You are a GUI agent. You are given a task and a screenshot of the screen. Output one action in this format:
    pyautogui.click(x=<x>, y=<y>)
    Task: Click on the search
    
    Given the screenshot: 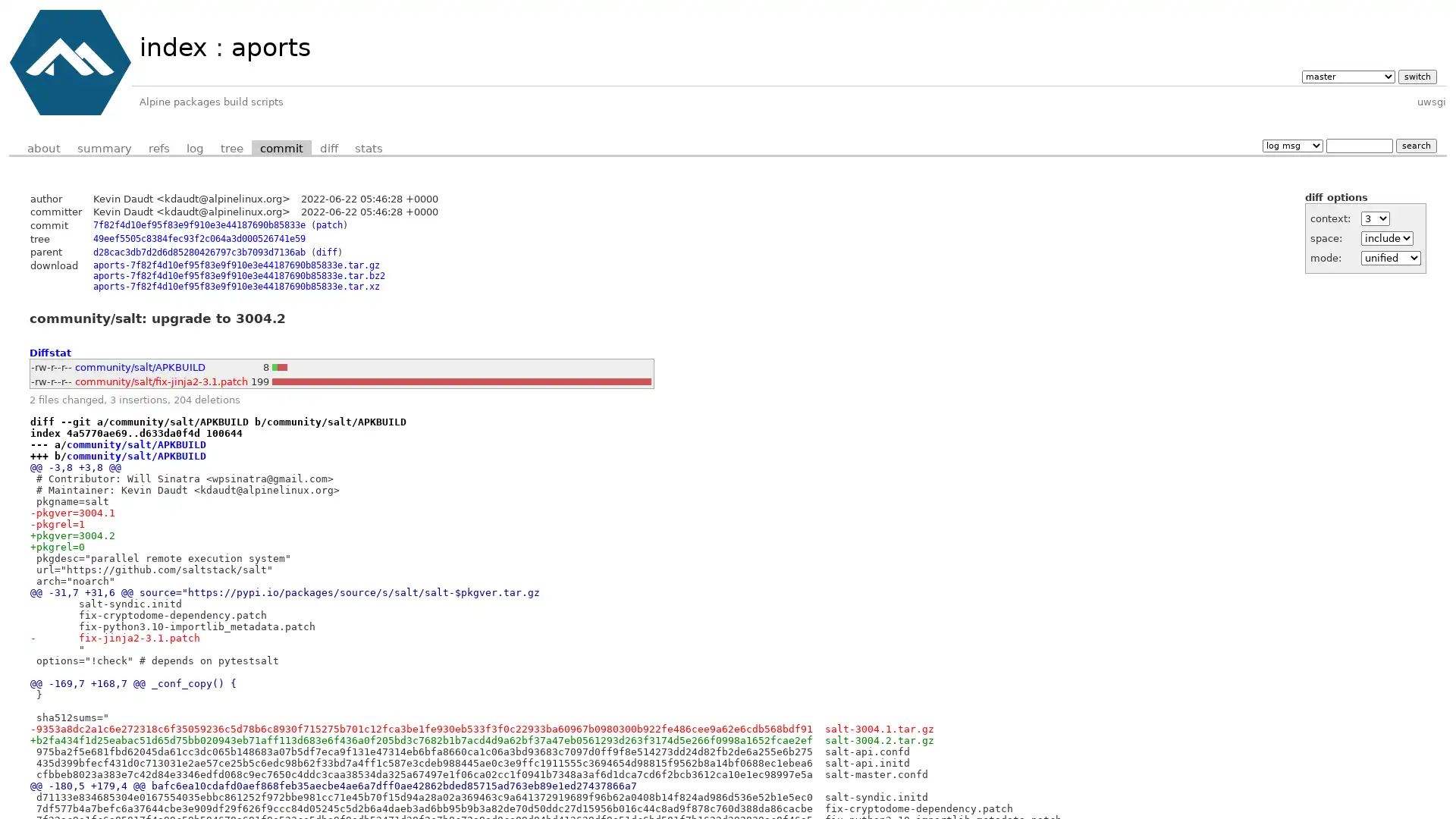 What is the action you would take?
    pyautogui.click(x=1415, y=145)
    